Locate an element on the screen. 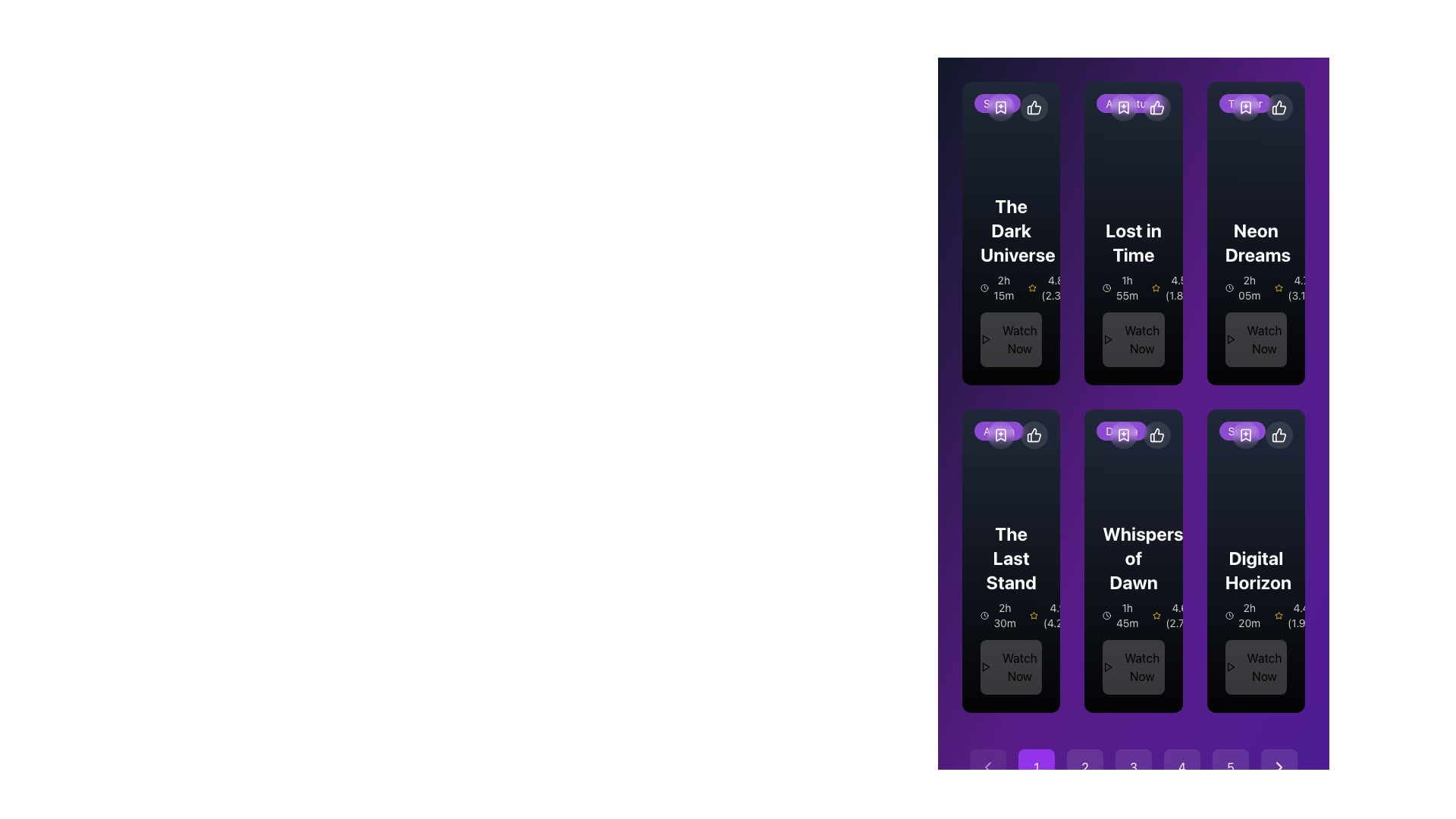 Image resolution: width=1456 pixels, height=819 pixels. the fifth pagination button located at the bottom of the interface is located at coordinates (1230, 767).